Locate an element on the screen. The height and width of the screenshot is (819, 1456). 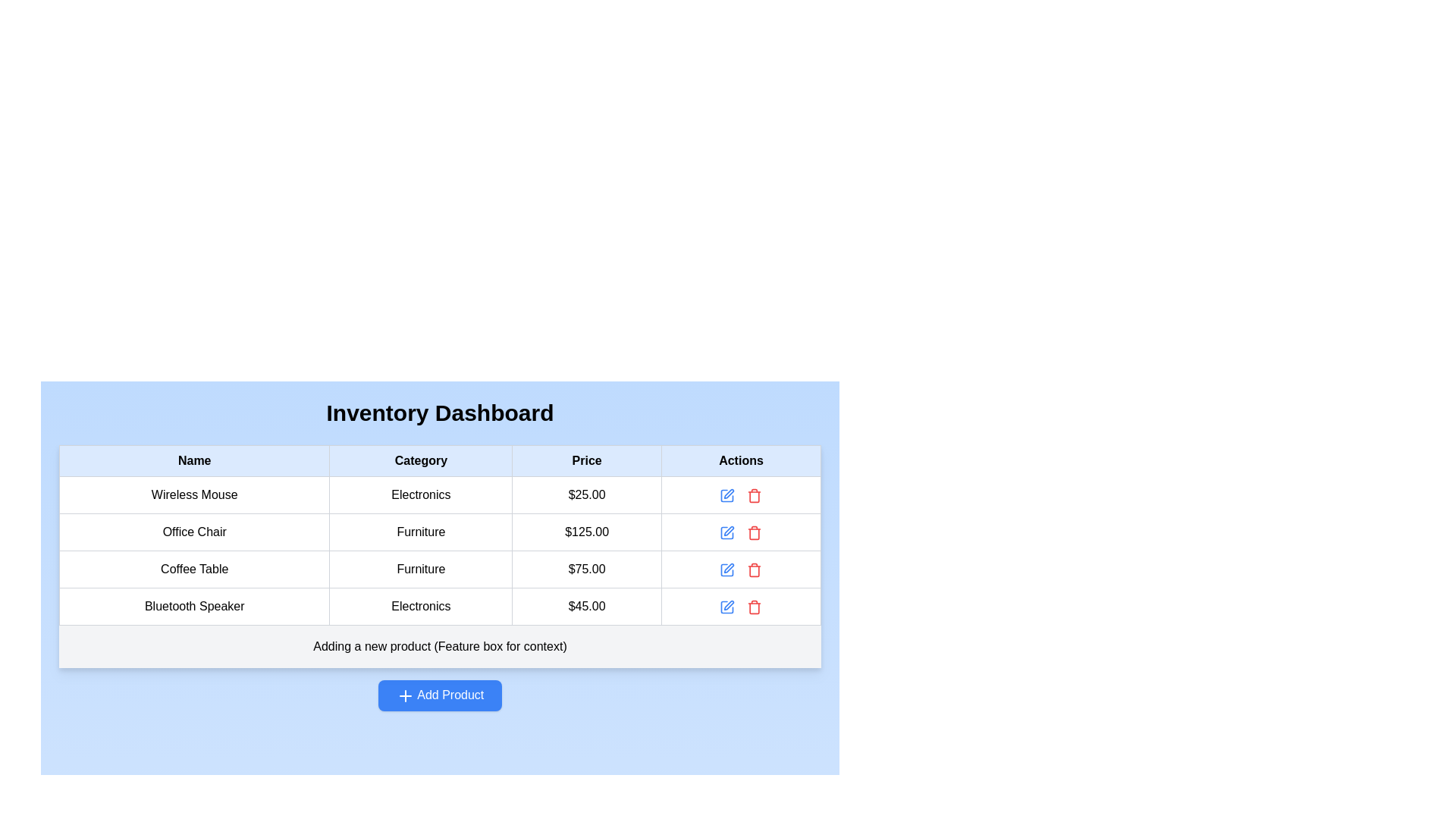
the text element displaying '$125.00' in bold font, located in the 'Price' column under the 'Office Chair' row is located at coordinates (586, 532).